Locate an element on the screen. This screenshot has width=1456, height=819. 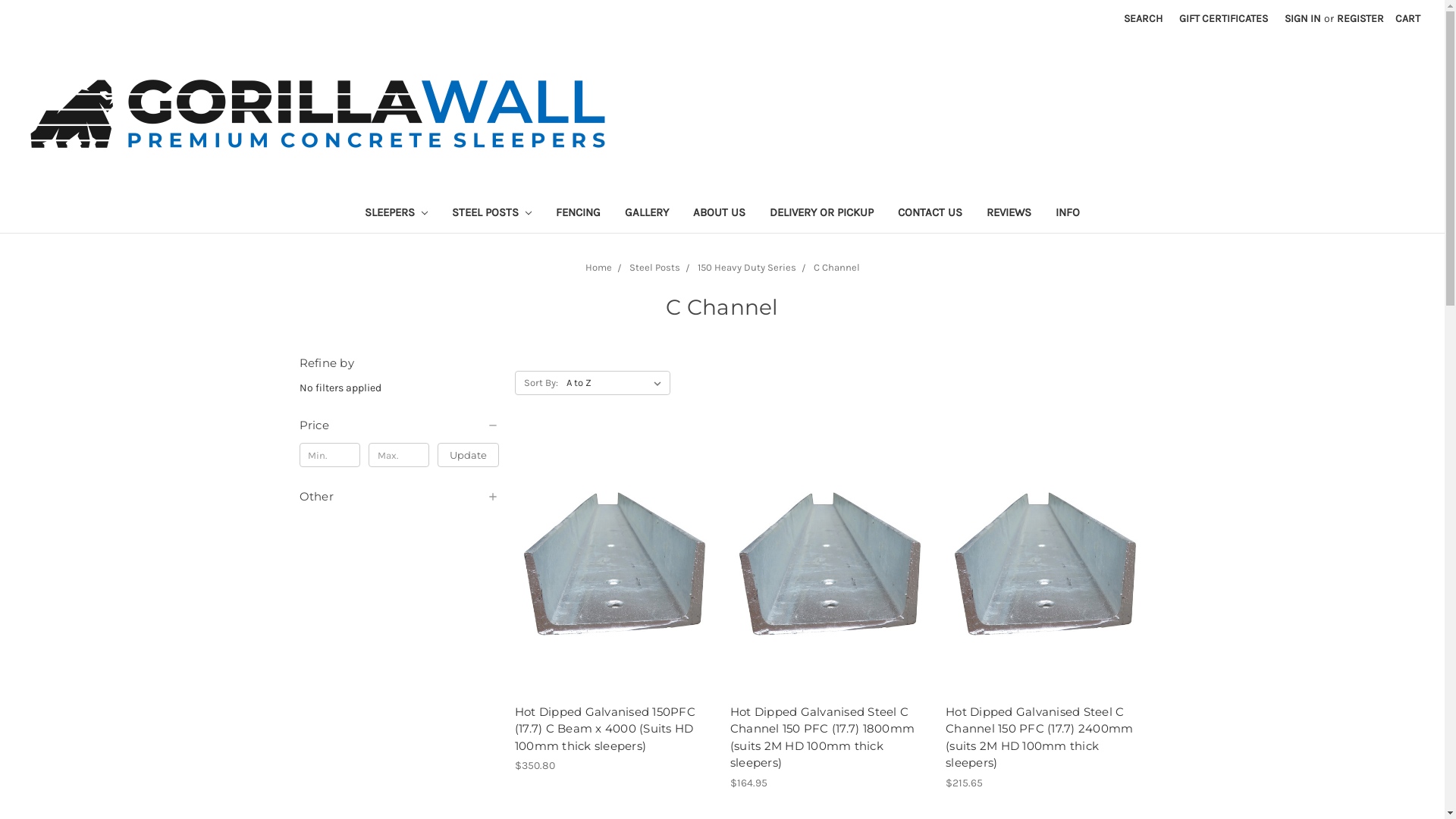
'Steel Posts' is located at coordinates (654, 266).